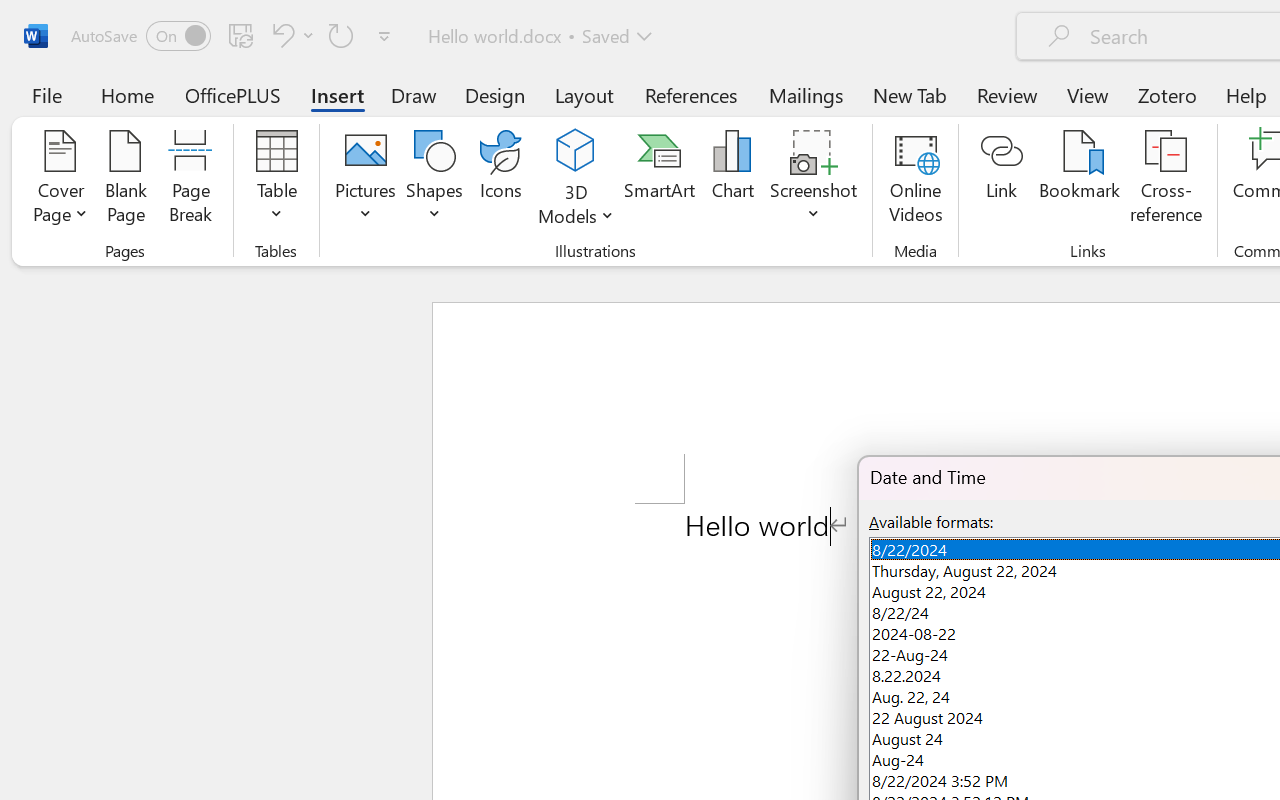 The height and width of the screenshot is (800, 1280). Describe the element at coordinates (583, 94) in the screenshot. I see `'Layout'` at that location.